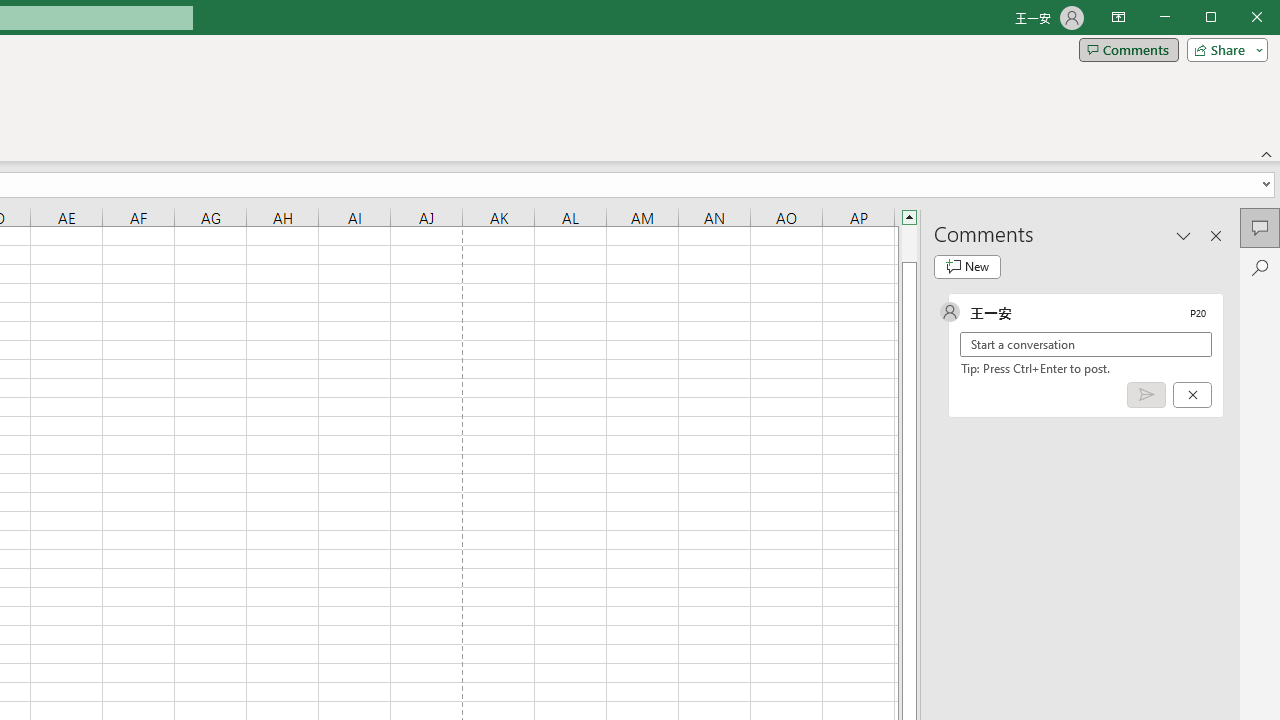  Describe the element at coordinates (1238, 19) in the screenshot. I see `'Maximize'` at that location.